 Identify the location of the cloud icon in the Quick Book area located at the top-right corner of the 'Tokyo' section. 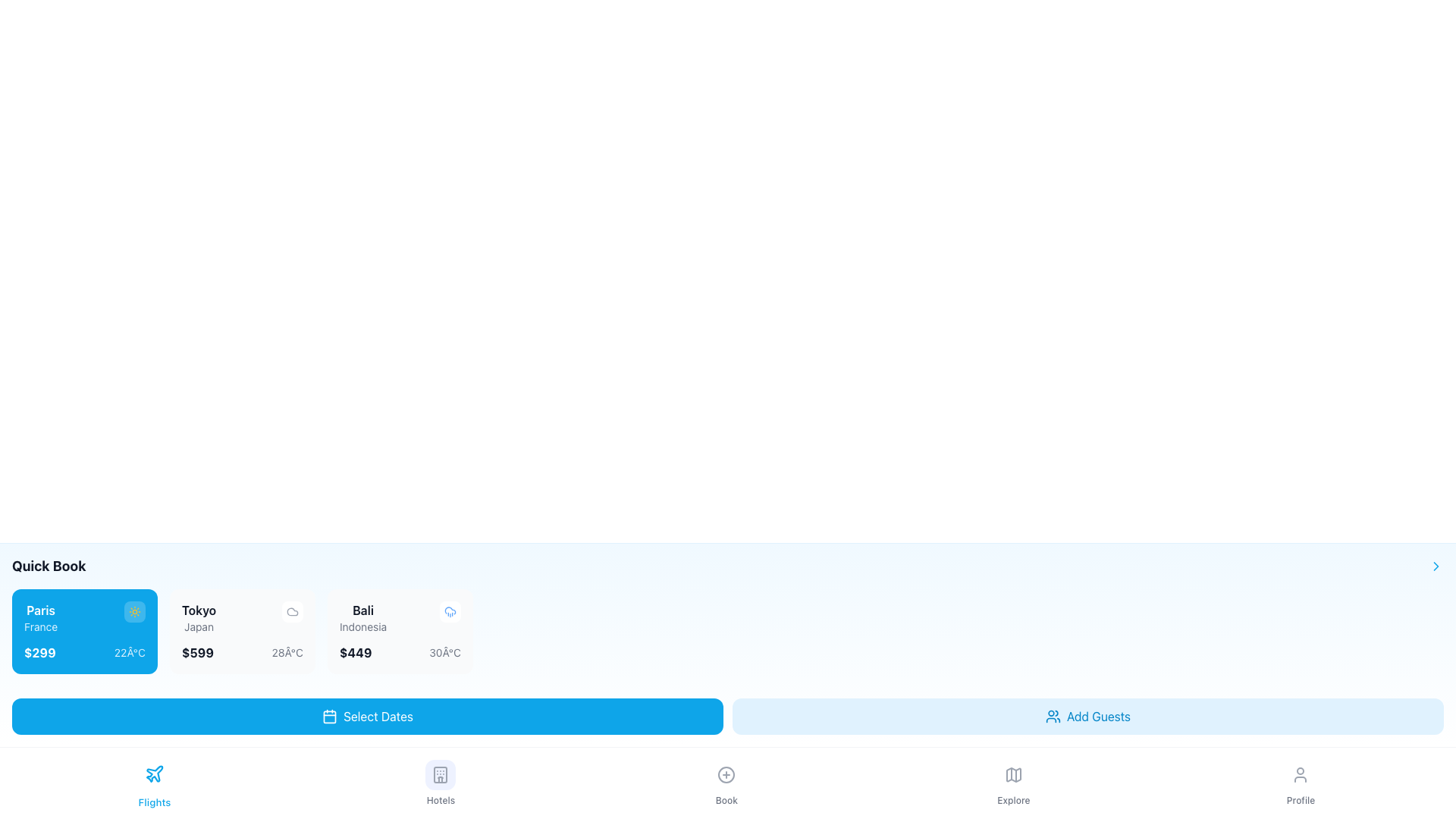
(292, 610).